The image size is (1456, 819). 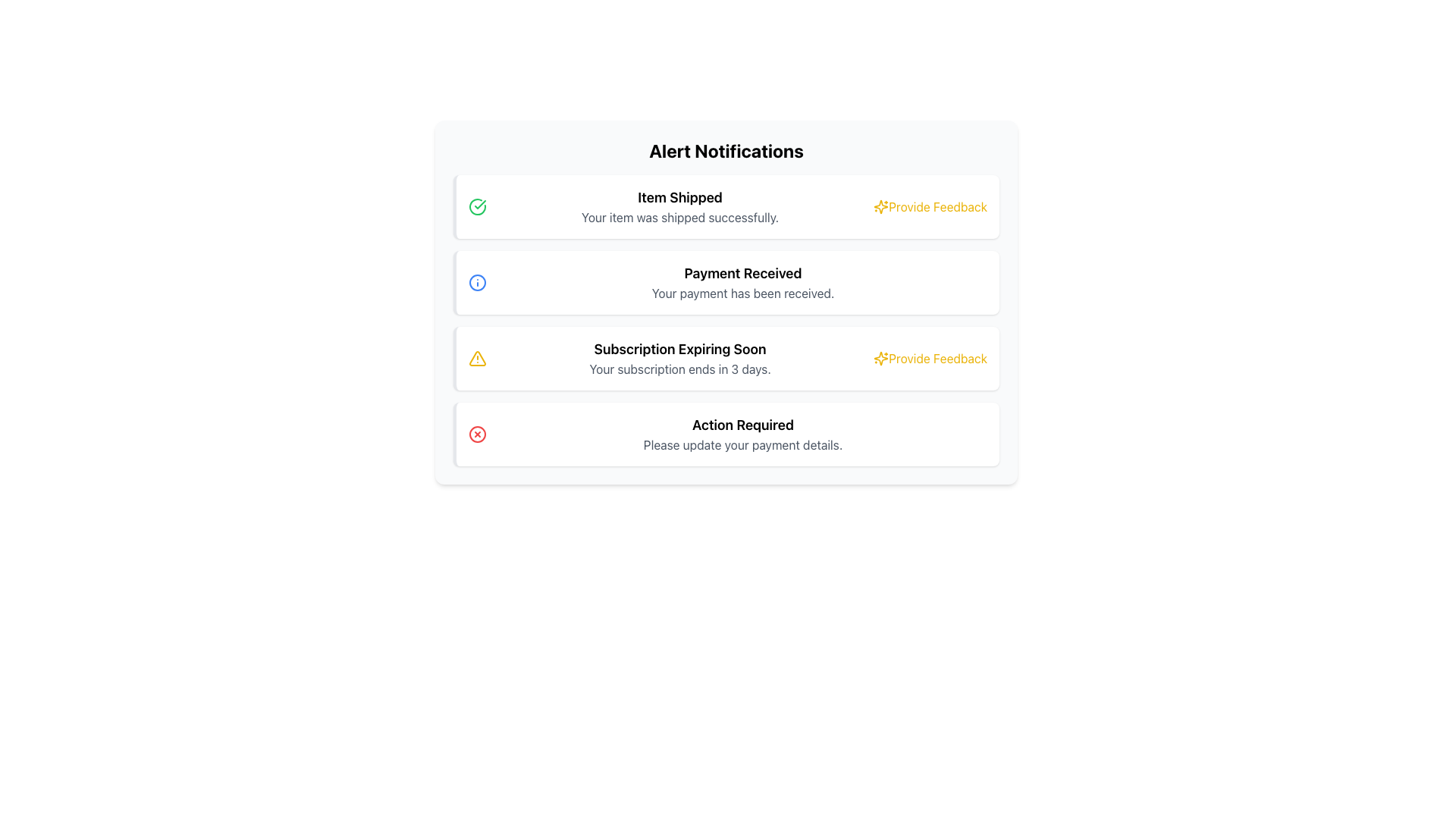 I want to click on the Graphical Icon (Checkmark) that visually confirms the 'Item Shipped' notification located in the topmost notification item under 'Alert Notifications', so click(x=479, y=205).